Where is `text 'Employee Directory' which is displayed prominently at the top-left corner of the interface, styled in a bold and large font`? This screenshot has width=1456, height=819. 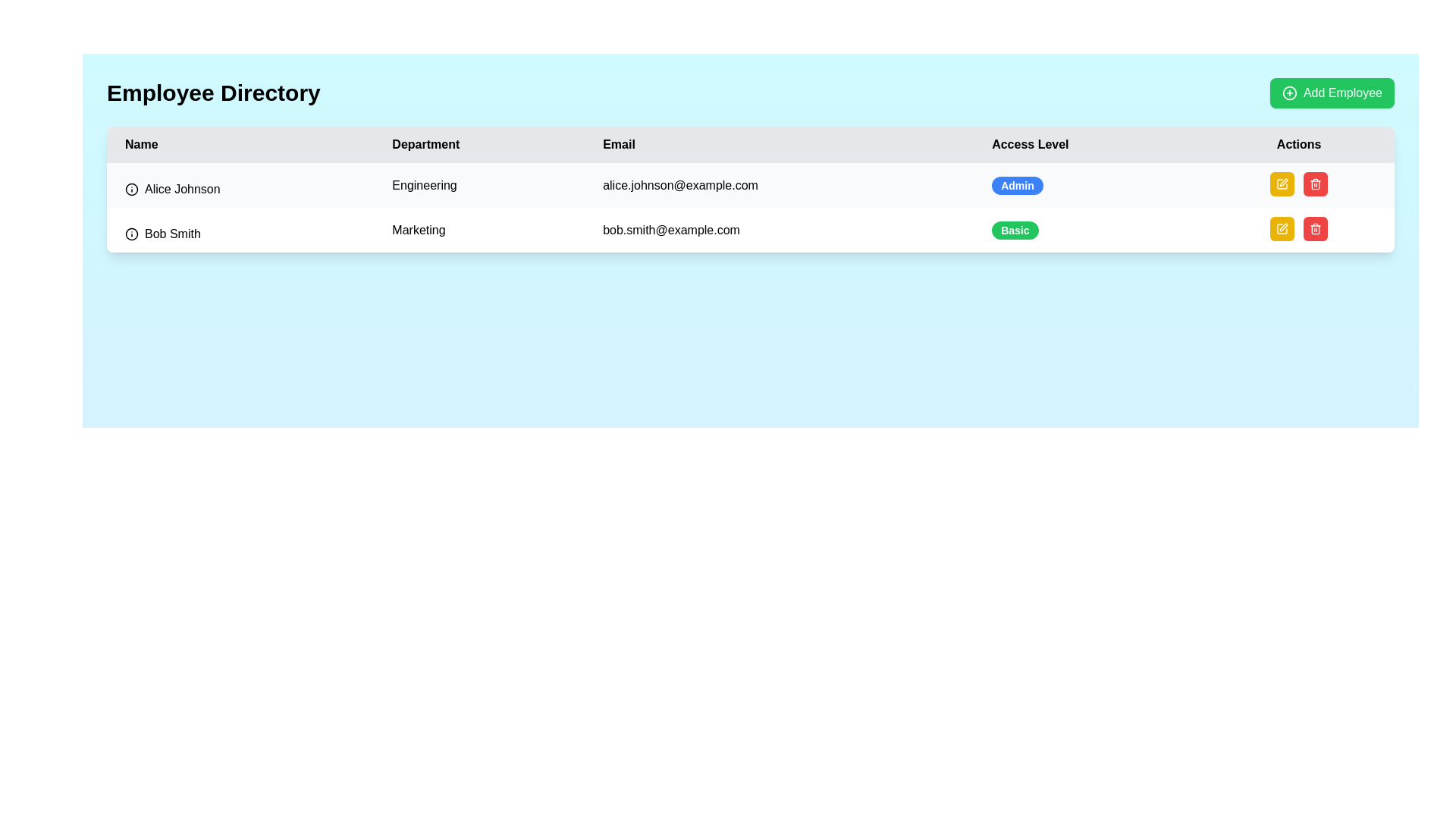 text 'Employee Directory' which is displayed prominently at the top-left corner of the interface, styled in a bold and large font is located at coordinates (212, 93).